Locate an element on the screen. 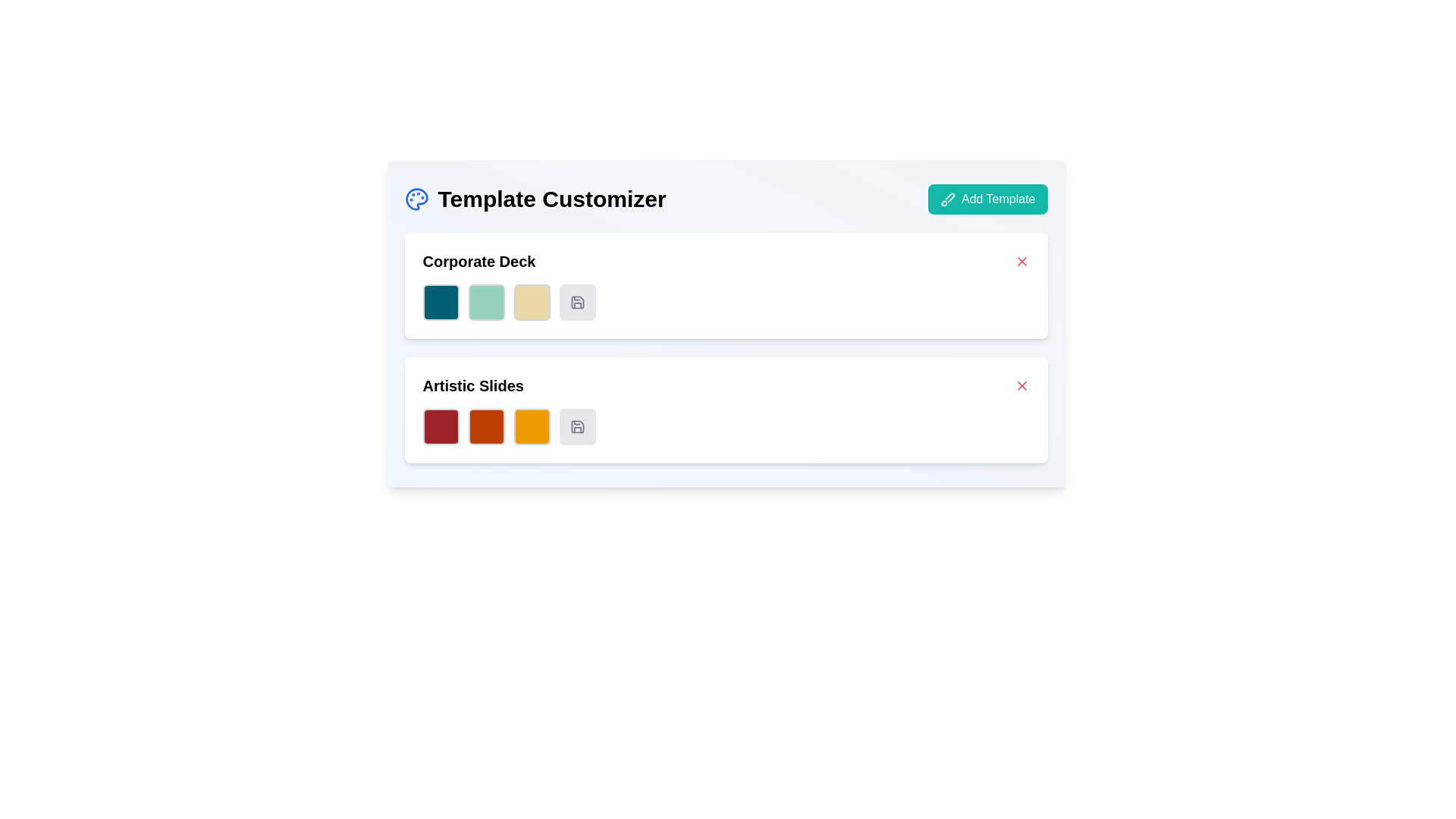  the save or lock button located in the 'Corporate Deck' section, which is the fourth button in a horizontal group next to three colored square elements is located at coordinates (576, 302).